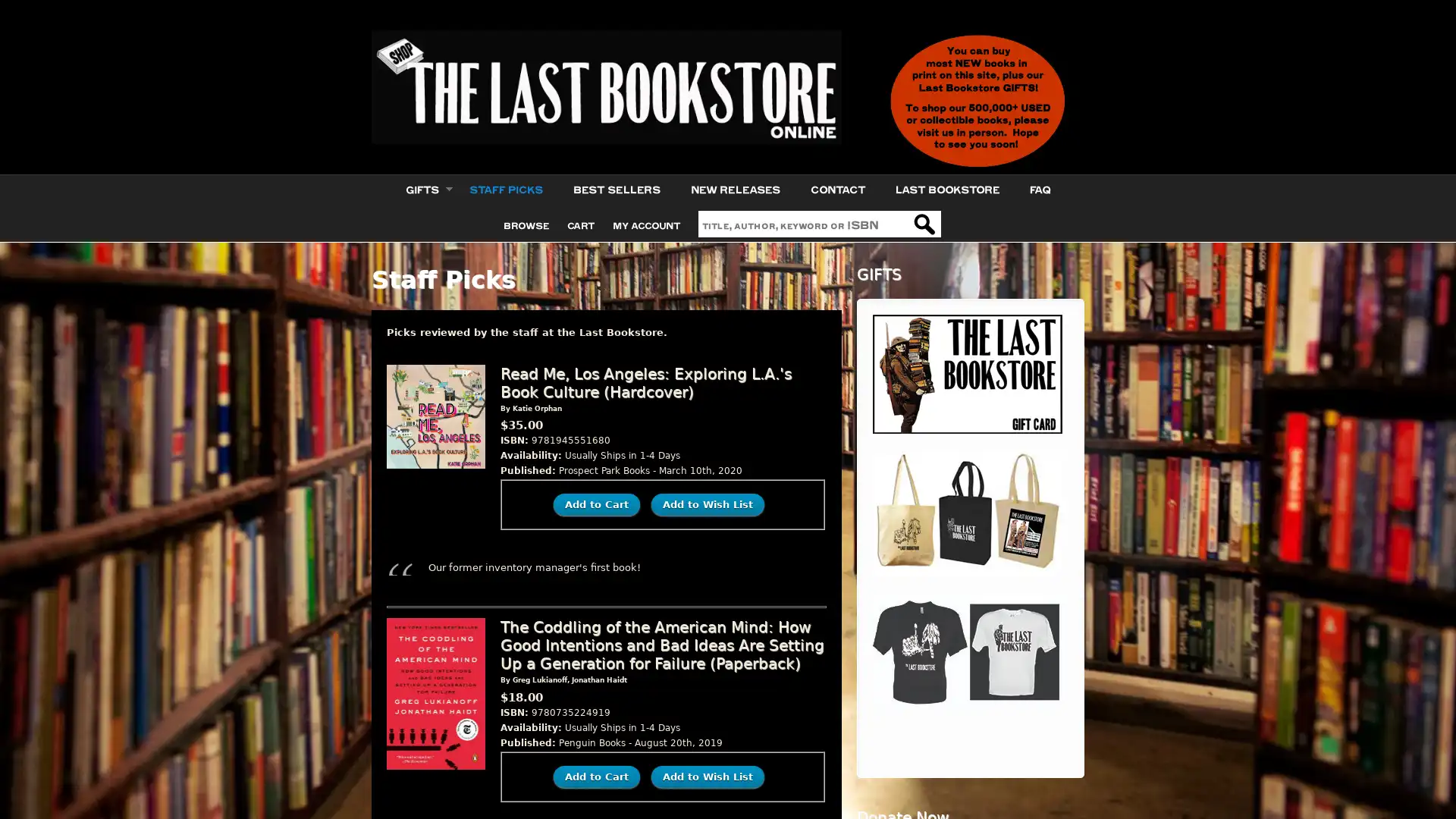  What do you see at coordinates (596, 776) in the screenshot?
I see `Add to Cart` at bounding box center [596, 776].